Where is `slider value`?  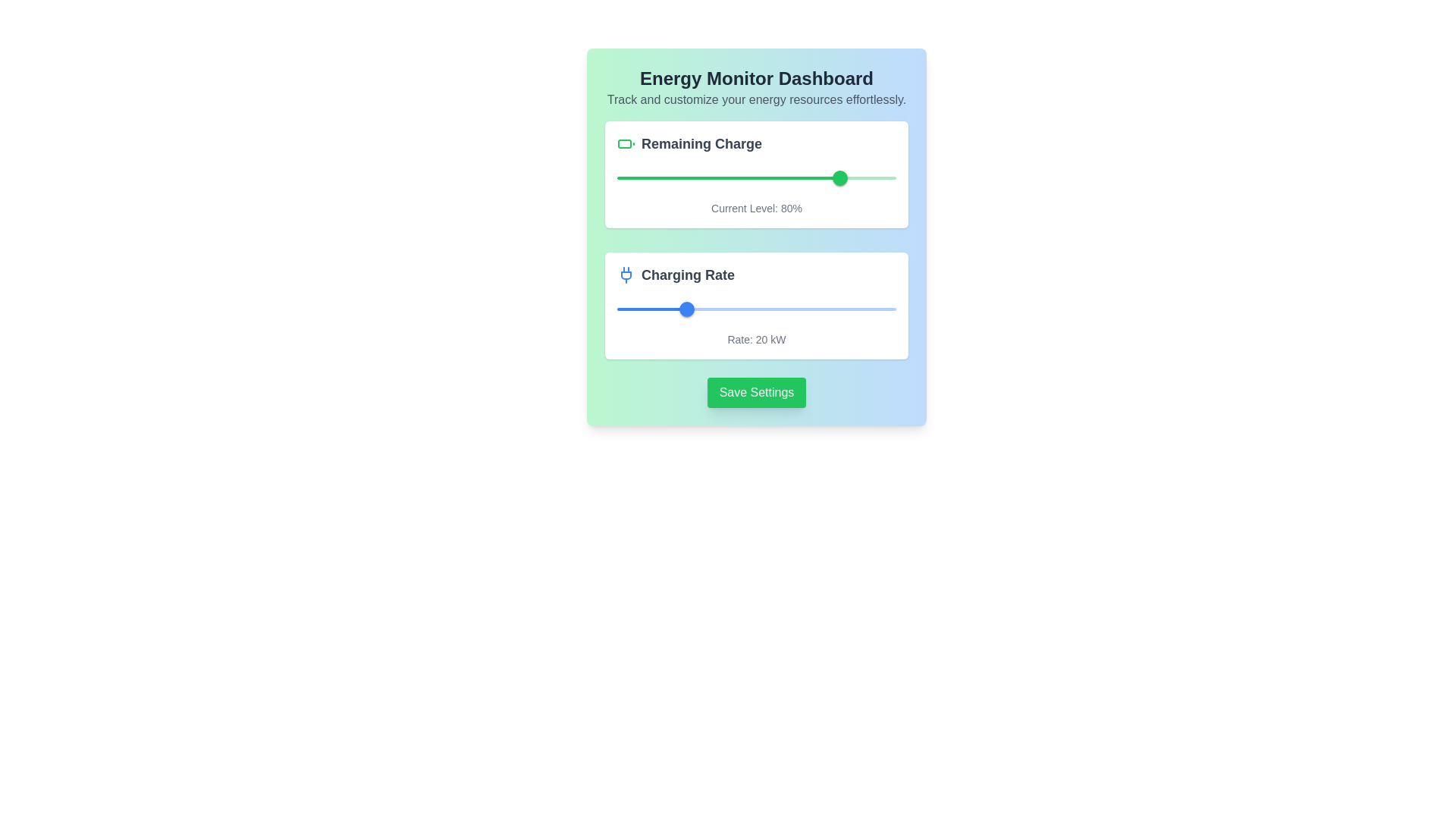 slider value is located at coordinates (874, 177).